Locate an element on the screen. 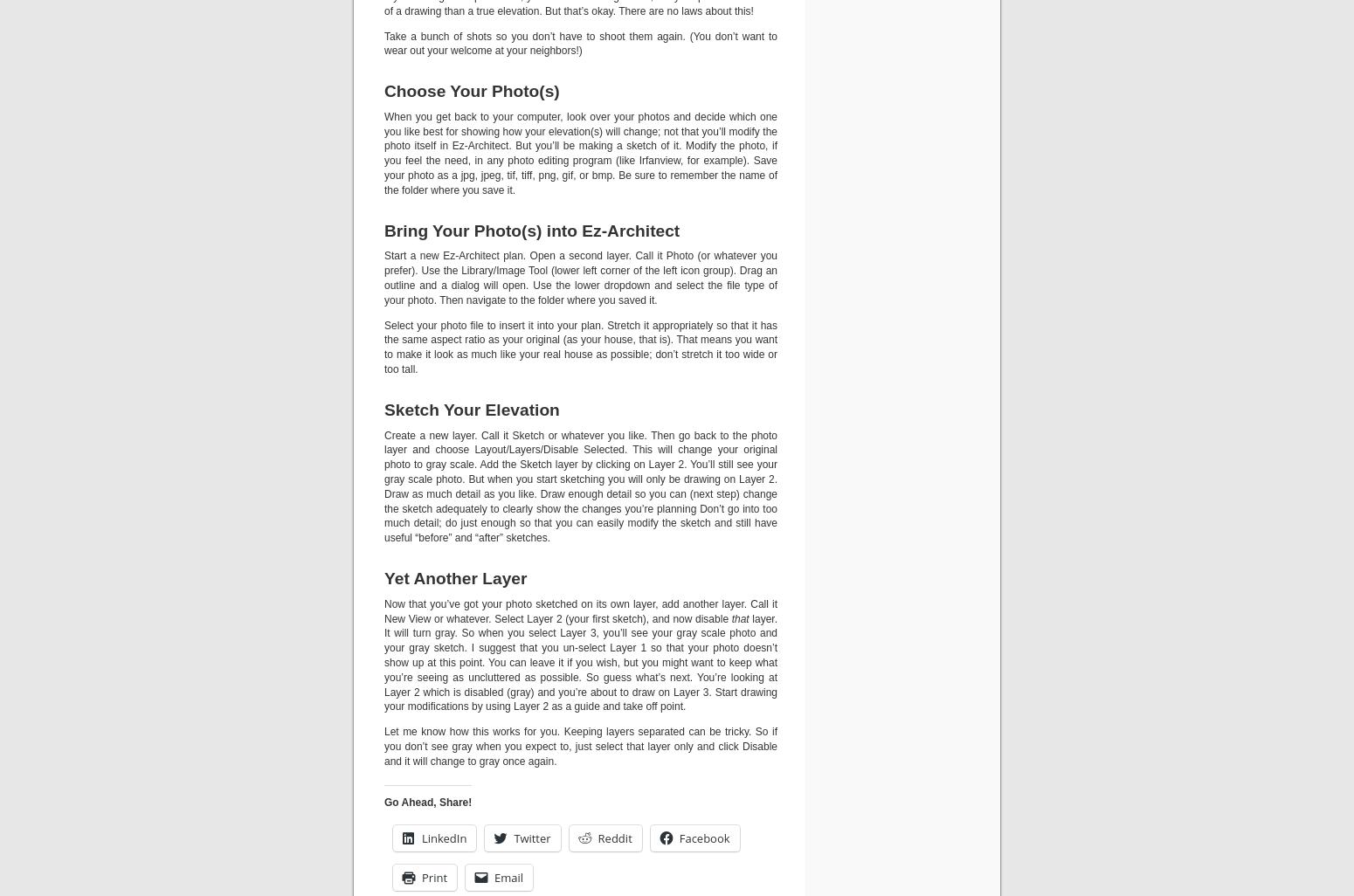 The height and width of the screenshot is (896, 1354). 'Email' is located at coordinates (508, 876).